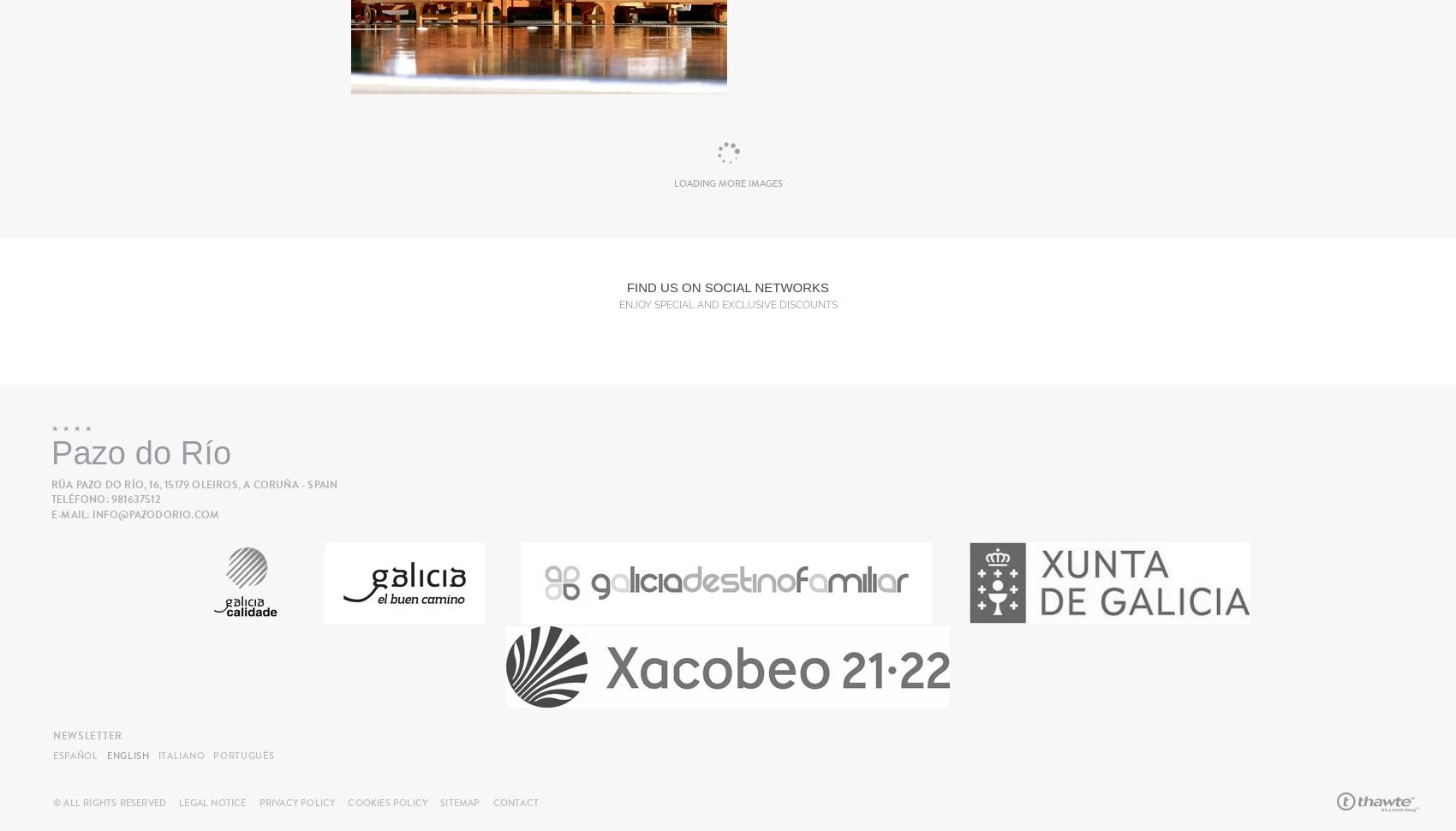 Image resolution: width=1456 pixels, height=831 pixels. What do you see at coordinates (134, 499) in the screenshot?
I see `'981637512'` at bounding box center [134, 499].